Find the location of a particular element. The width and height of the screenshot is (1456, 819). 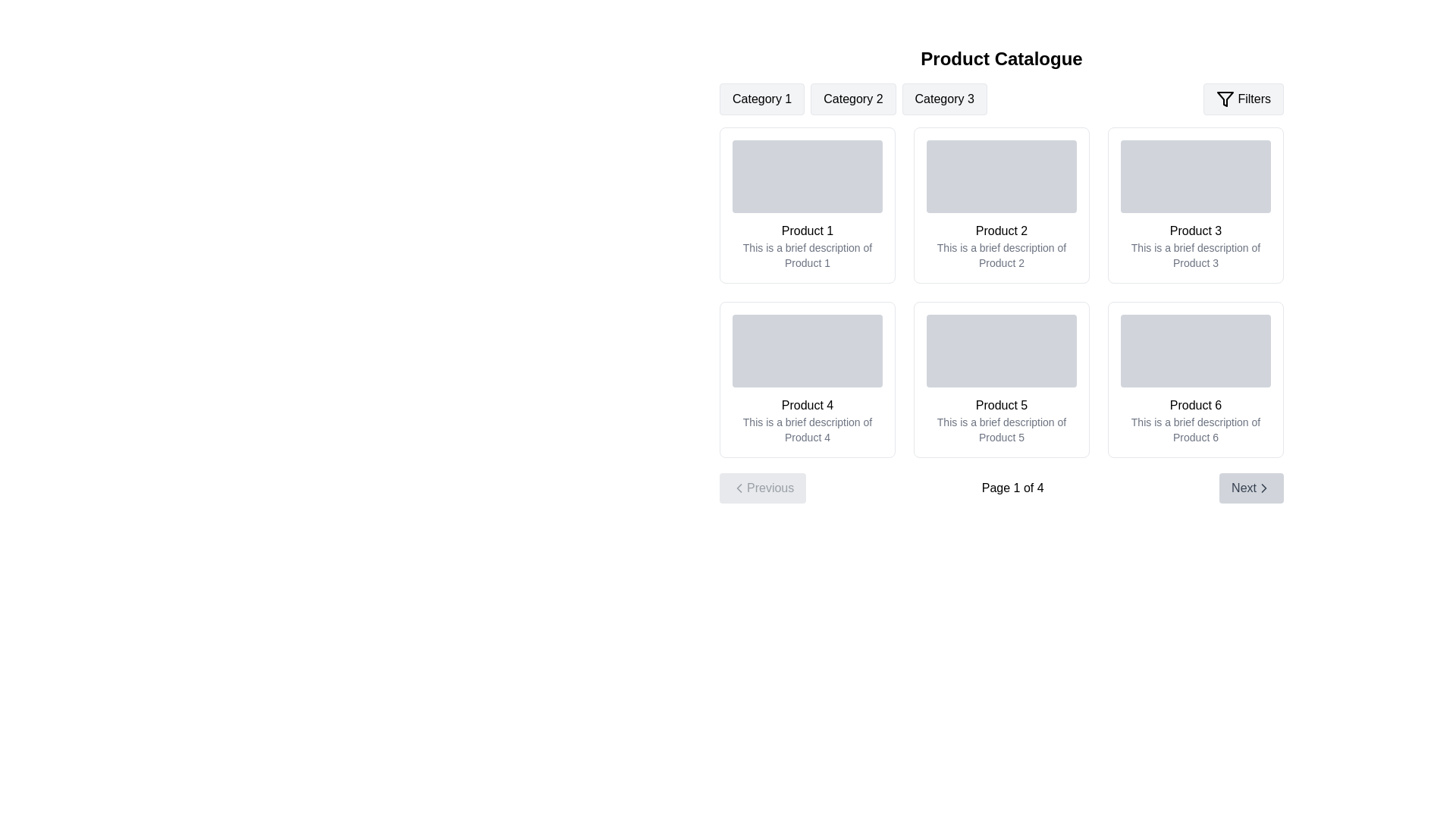

the navigation icon inside the 'Previous' button at the bottom left of the interface is located at coordinates (739, 488).